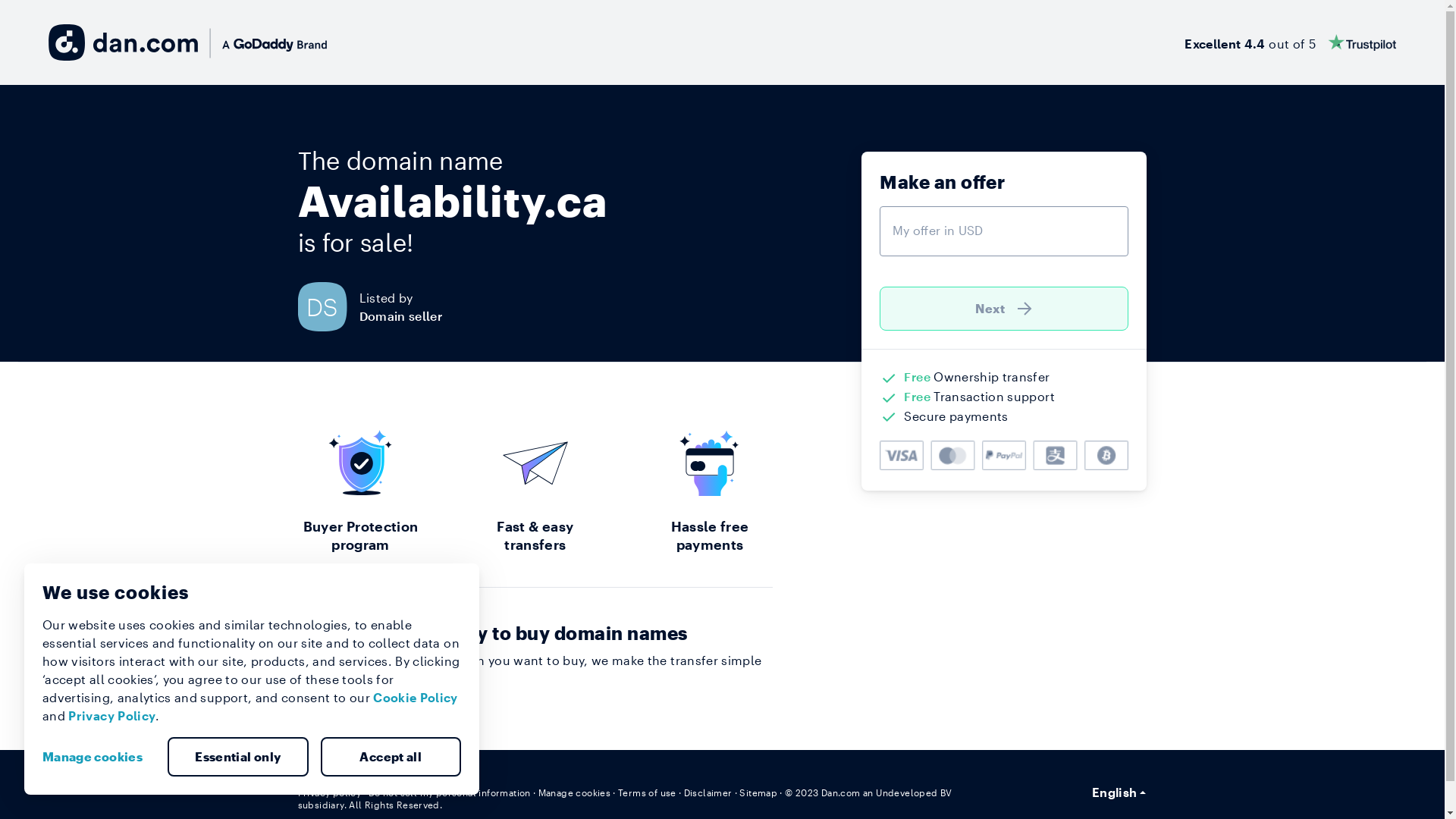 This screenshot has height=819, width=1456. I want to click on 'DS', so click(327, 306).